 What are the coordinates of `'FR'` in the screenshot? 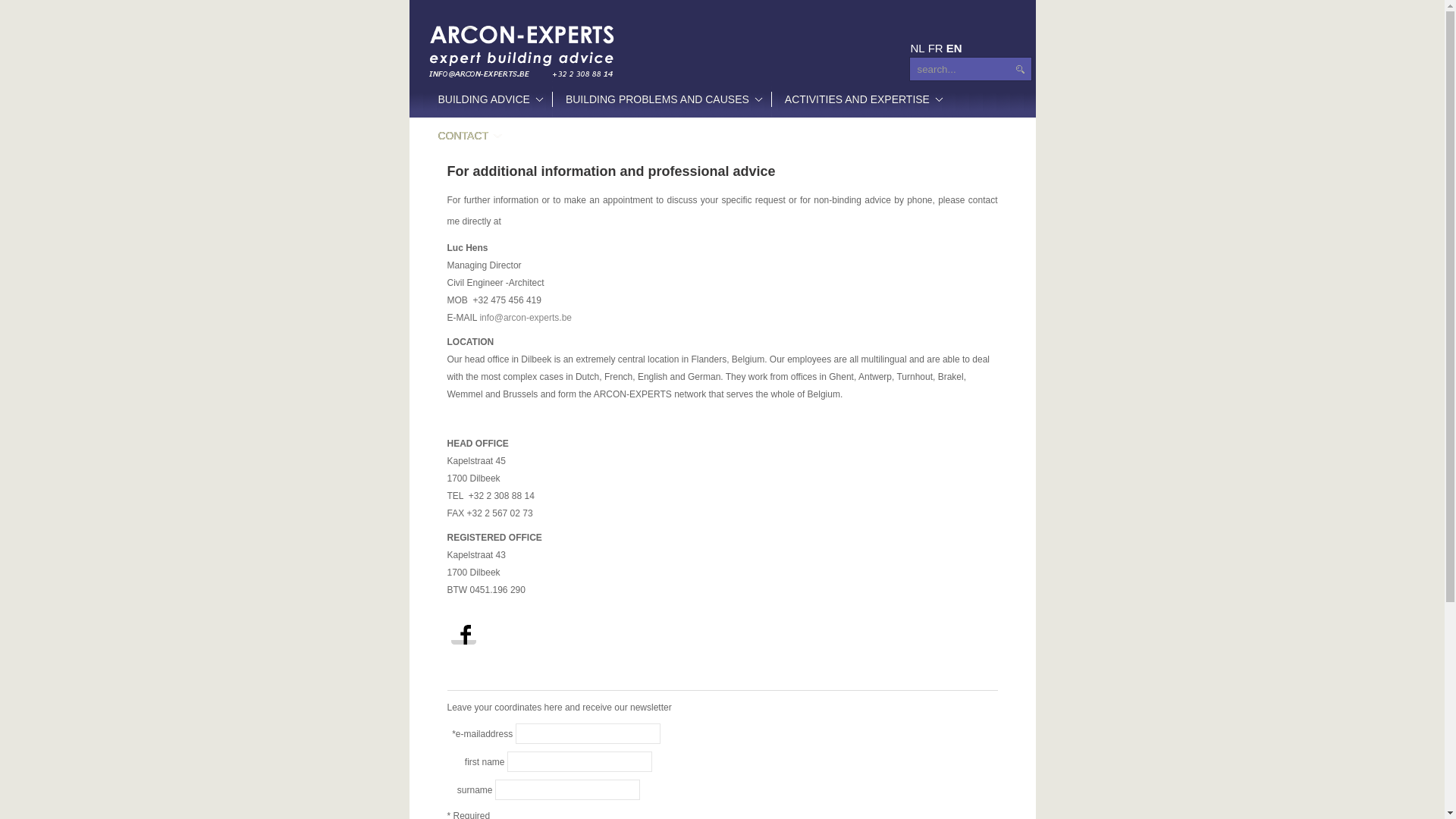 It's located at (934, 47).